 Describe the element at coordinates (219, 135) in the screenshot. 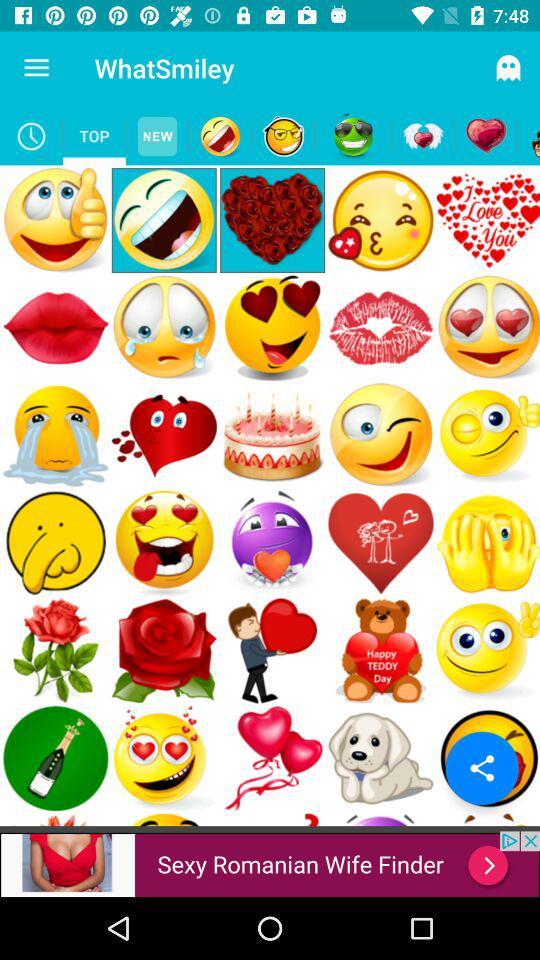

I see `emoji section` at that location.